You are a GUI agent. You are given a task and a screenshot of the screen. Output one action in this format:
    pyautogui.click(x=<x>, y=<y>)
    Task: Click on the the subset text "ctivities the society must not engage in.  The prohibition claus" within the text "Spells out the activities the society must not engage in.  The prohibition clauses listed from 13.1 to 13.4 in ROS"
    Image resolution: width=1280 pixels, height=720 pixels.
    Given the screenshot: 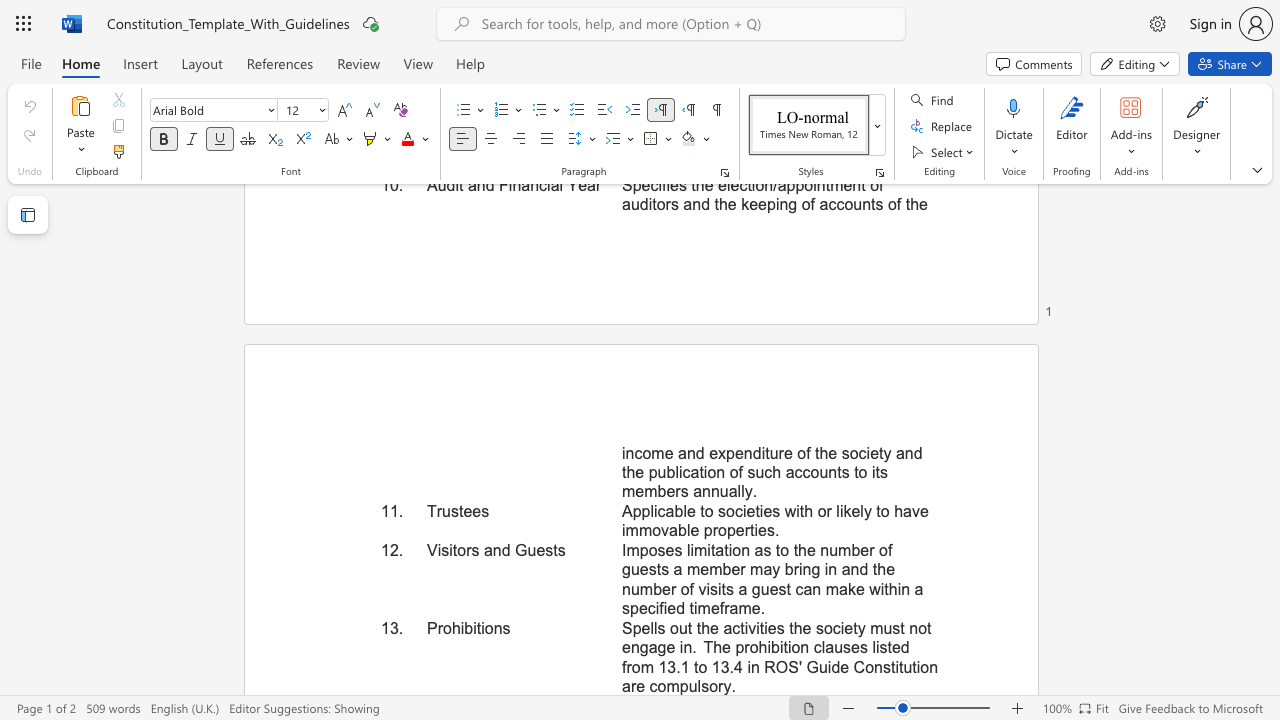 What is the action you would take?
    pyautogui.click(x=731, y=627)
    